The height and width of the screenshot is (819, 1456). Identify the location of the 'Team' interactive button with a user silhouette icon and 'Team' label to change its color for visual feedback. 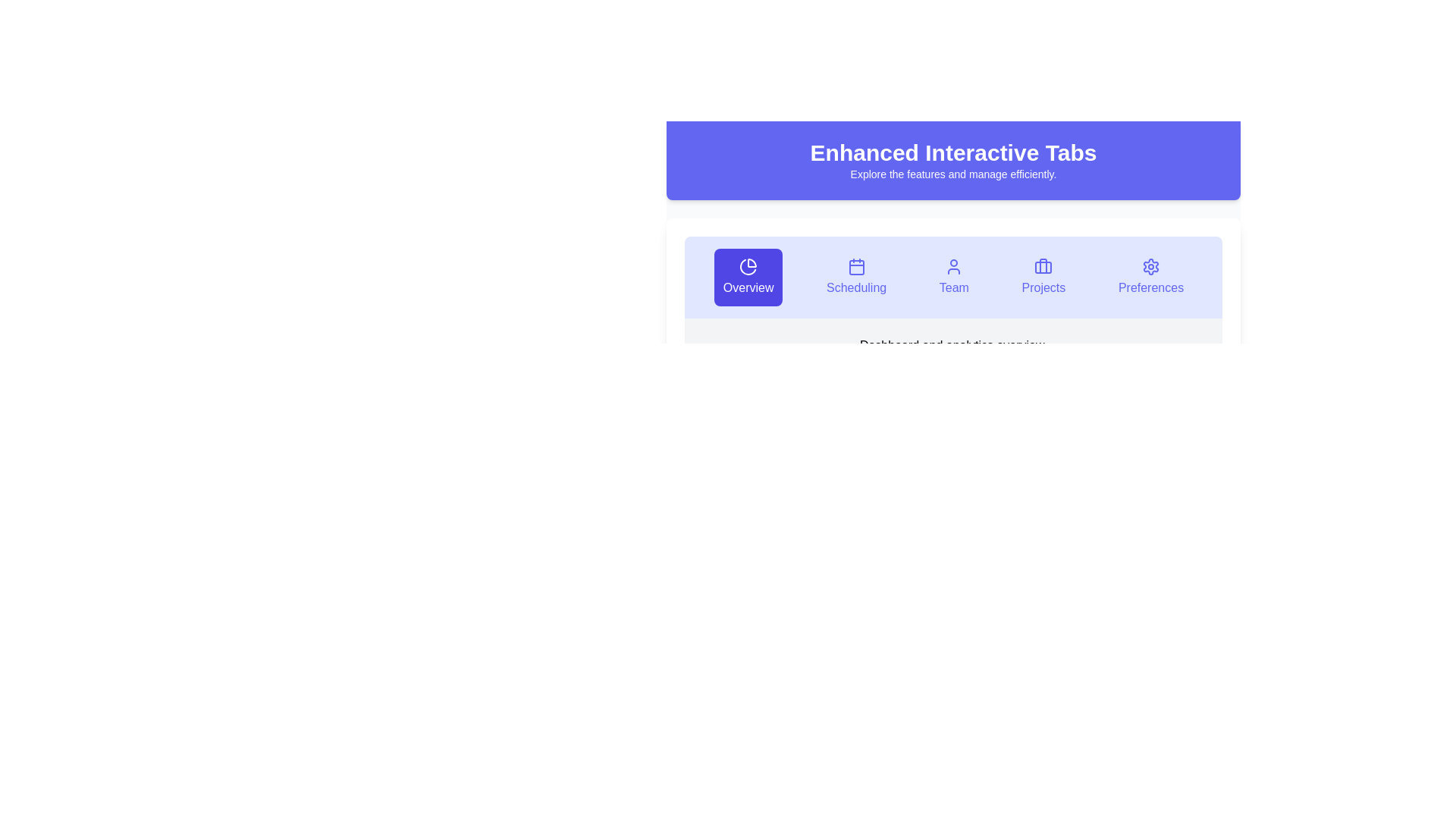
(953, 278).